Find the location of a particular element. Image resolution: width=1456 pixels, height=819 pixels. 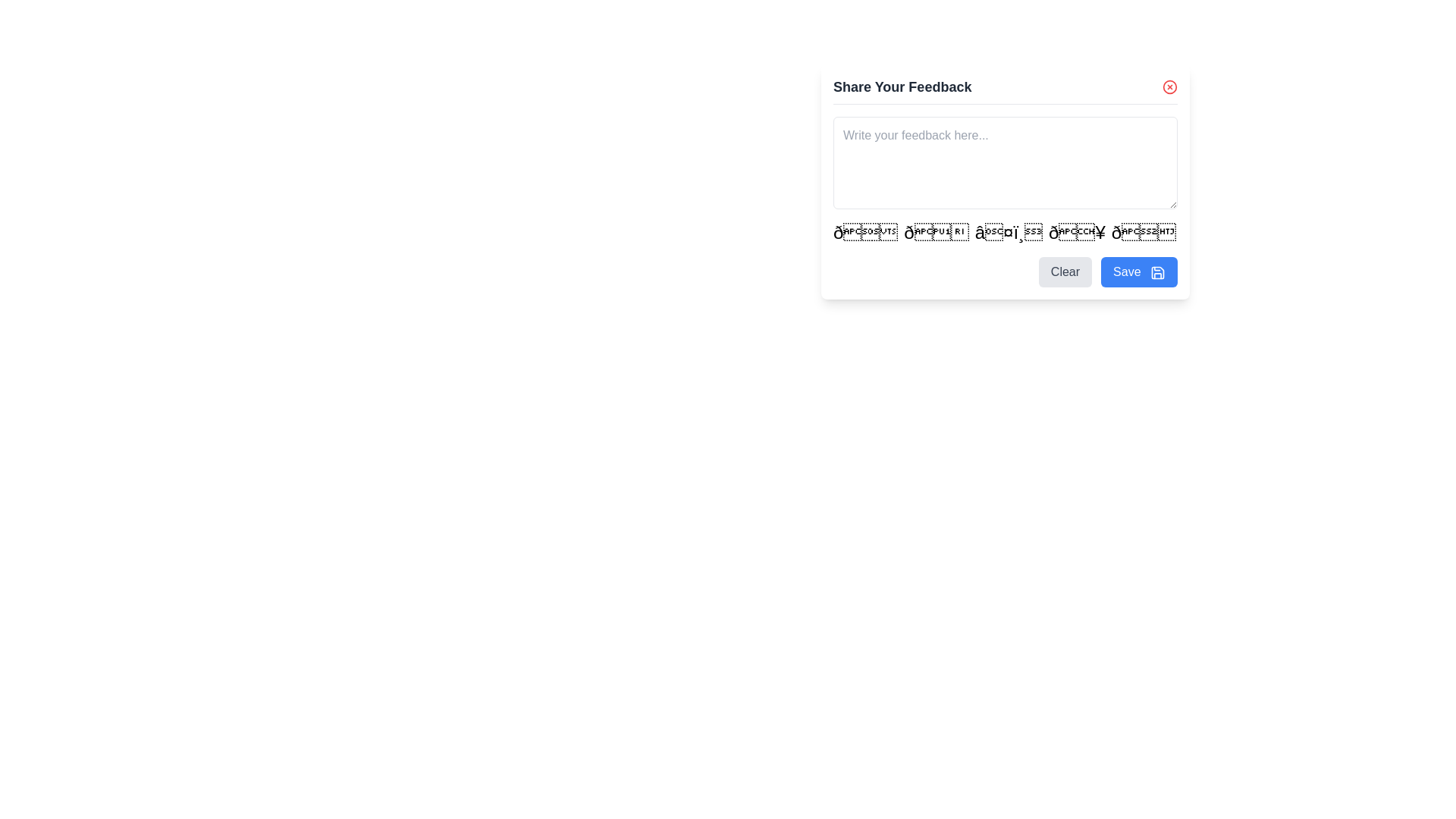

the Circle component within the SVG icon located at the top-right corner of the interface is located at coordinates (1169, 87).